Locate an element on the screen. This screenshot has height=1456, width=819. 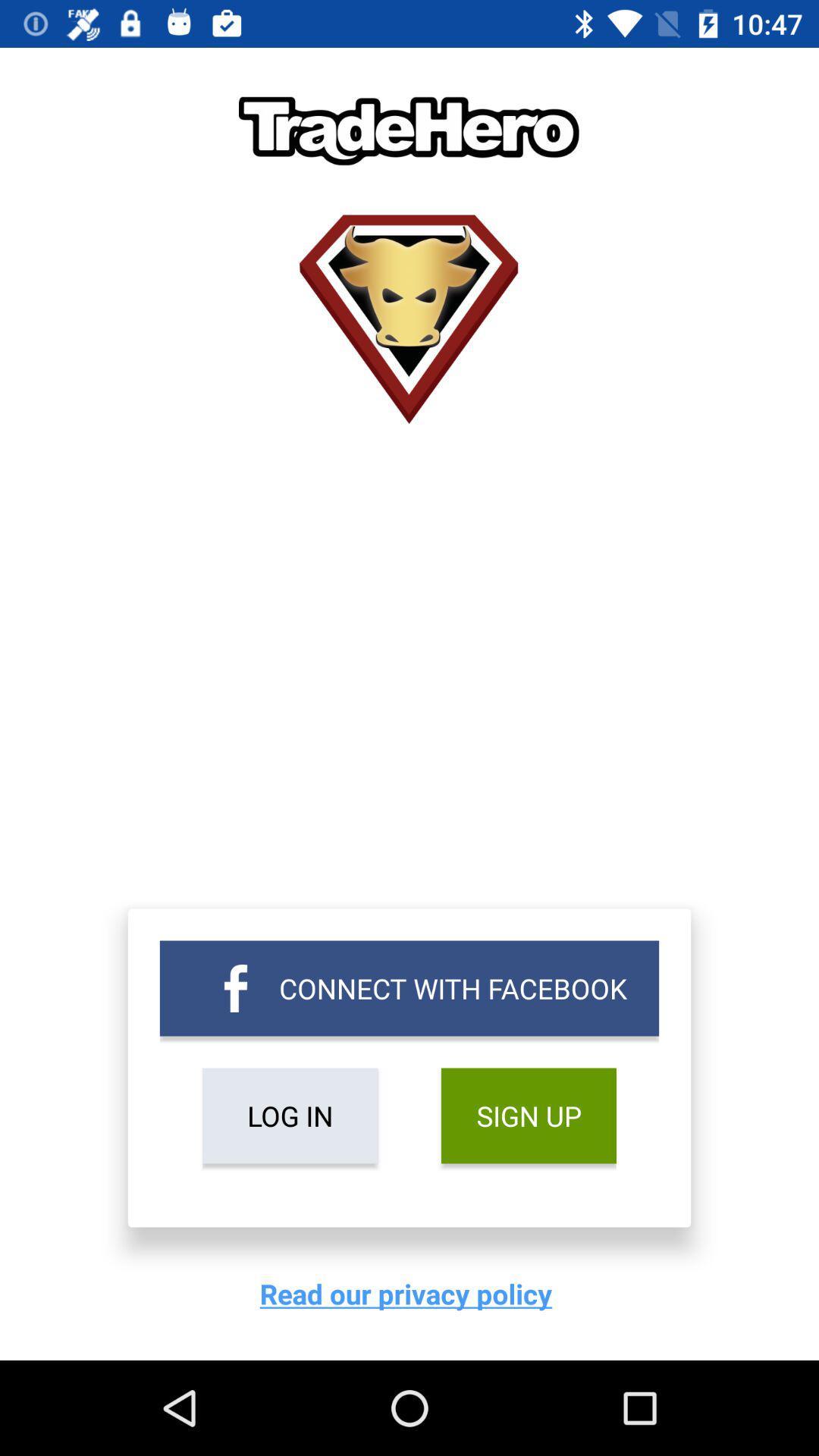
the icon above read our privacy is located at coordinates (528, 1116).